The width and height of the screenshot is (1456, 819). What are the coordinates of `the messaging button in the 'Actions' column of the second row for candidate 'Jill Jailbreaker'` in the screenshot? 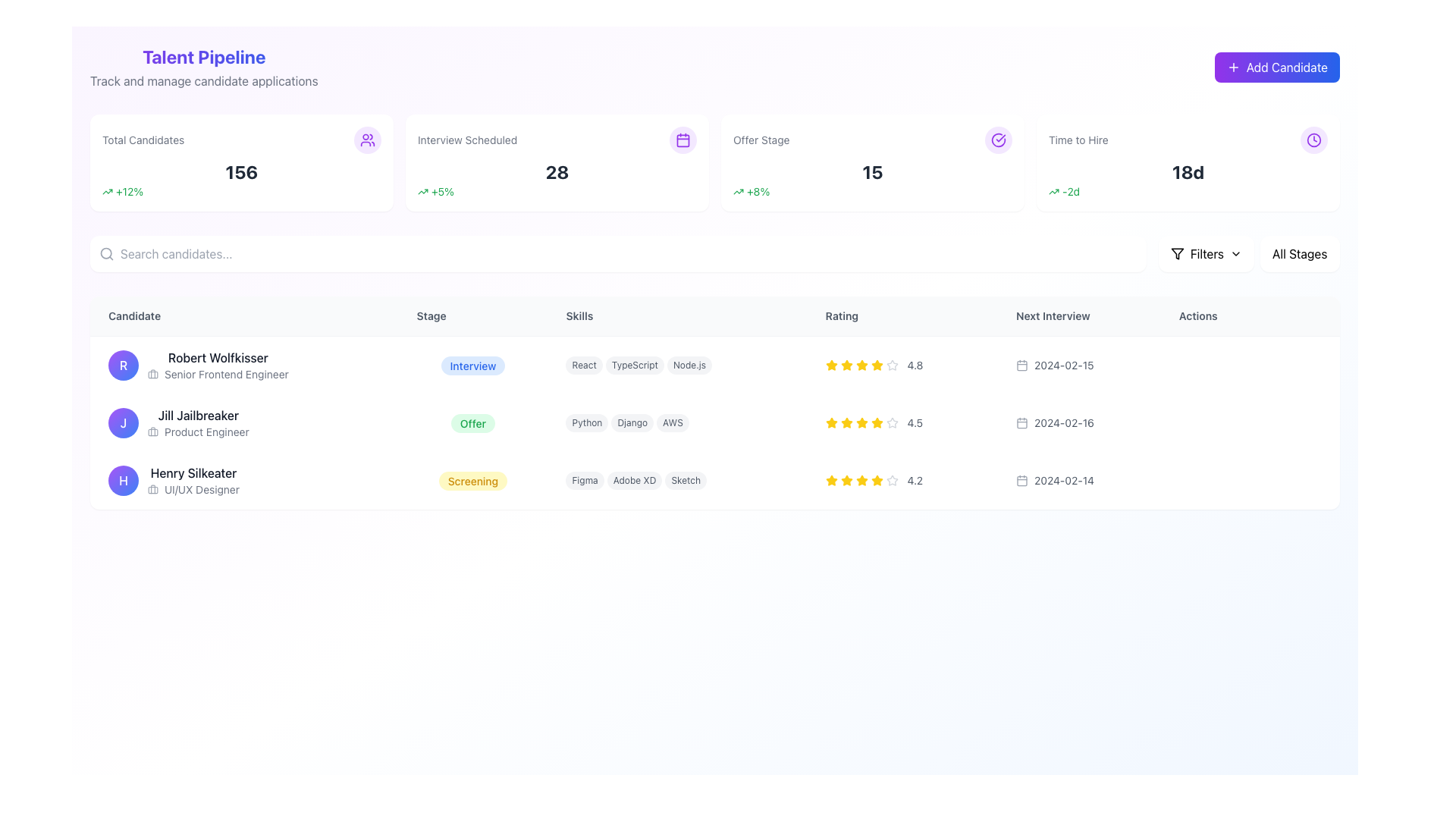 It's located at (1255, 423).